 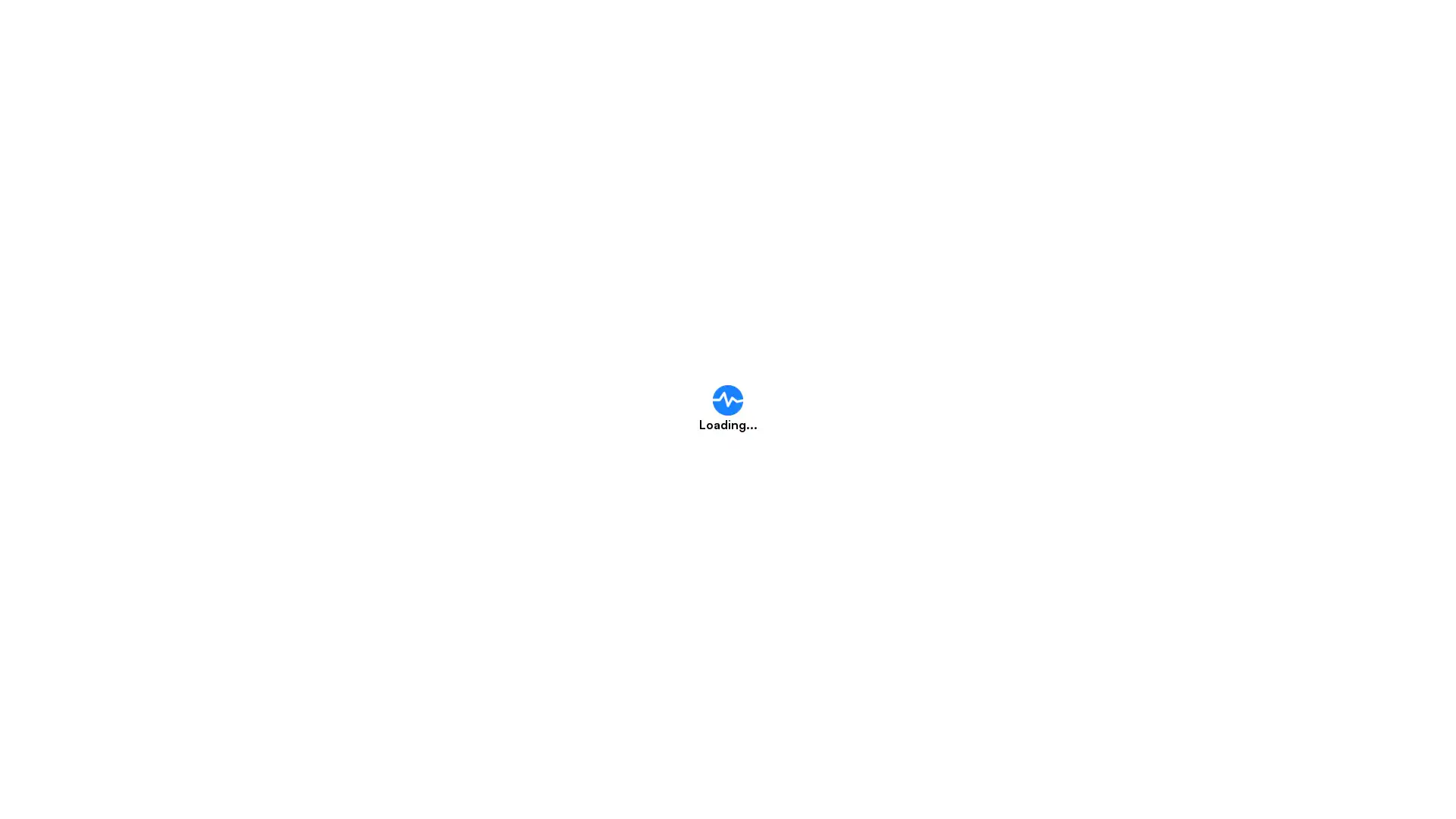 What do you see at coordinates (739, 491) in the screenshot?
I see `Got it` at bounding box center [739, 491].